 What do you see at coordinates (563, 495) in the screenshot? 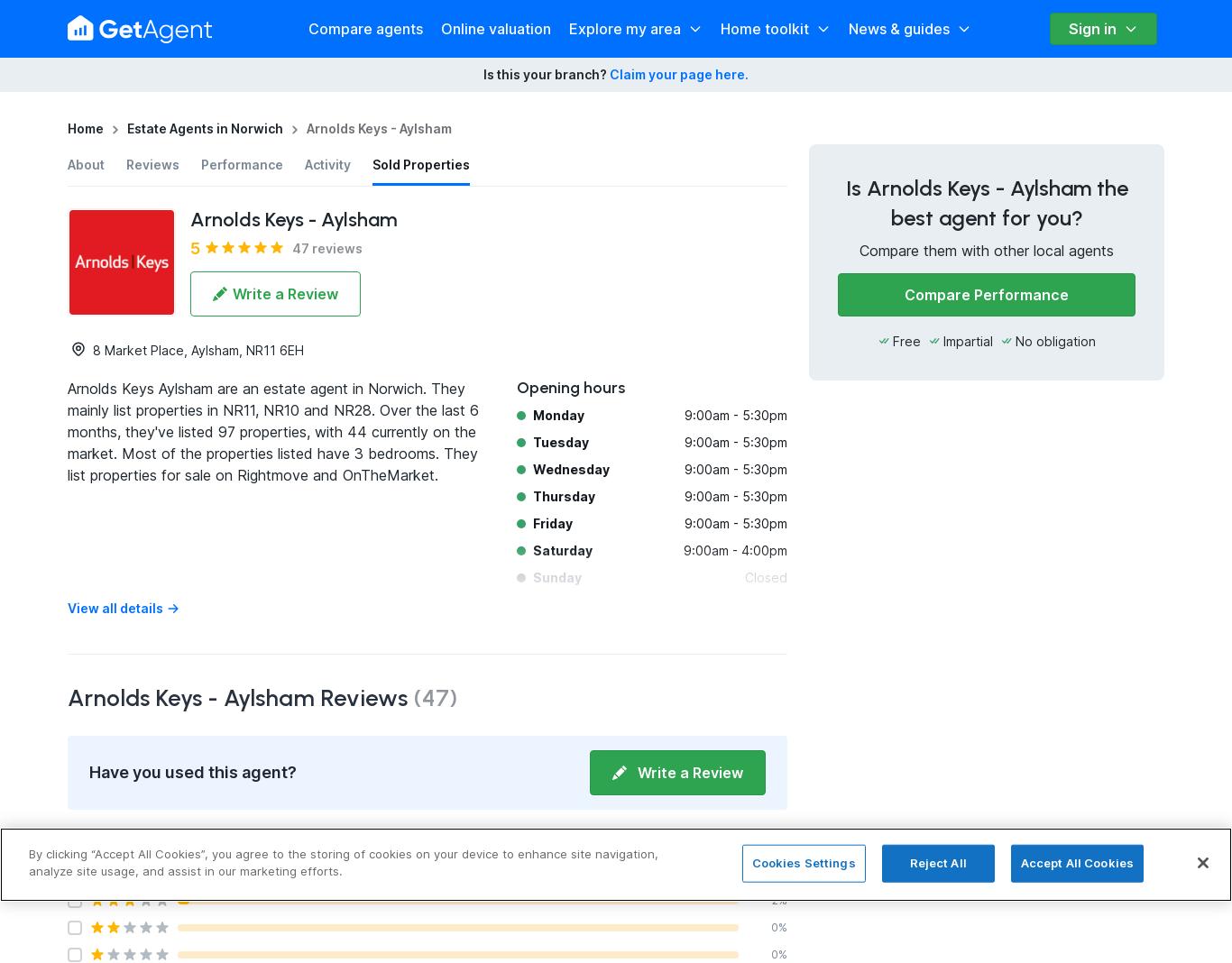
I see `'Thursday'` at bounding box center [563, 495].